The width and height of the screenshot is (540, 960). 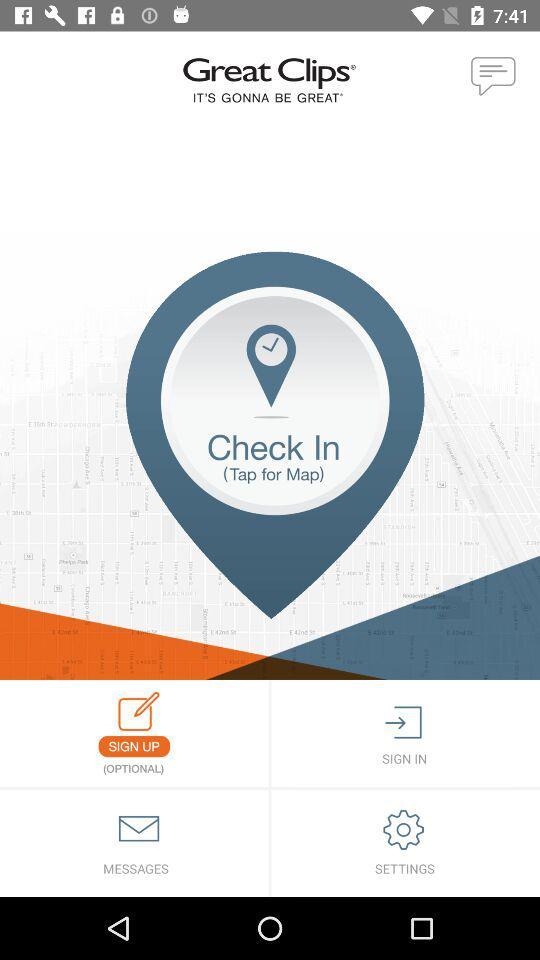 I want to click on opens map, so click(x=270, y=465).